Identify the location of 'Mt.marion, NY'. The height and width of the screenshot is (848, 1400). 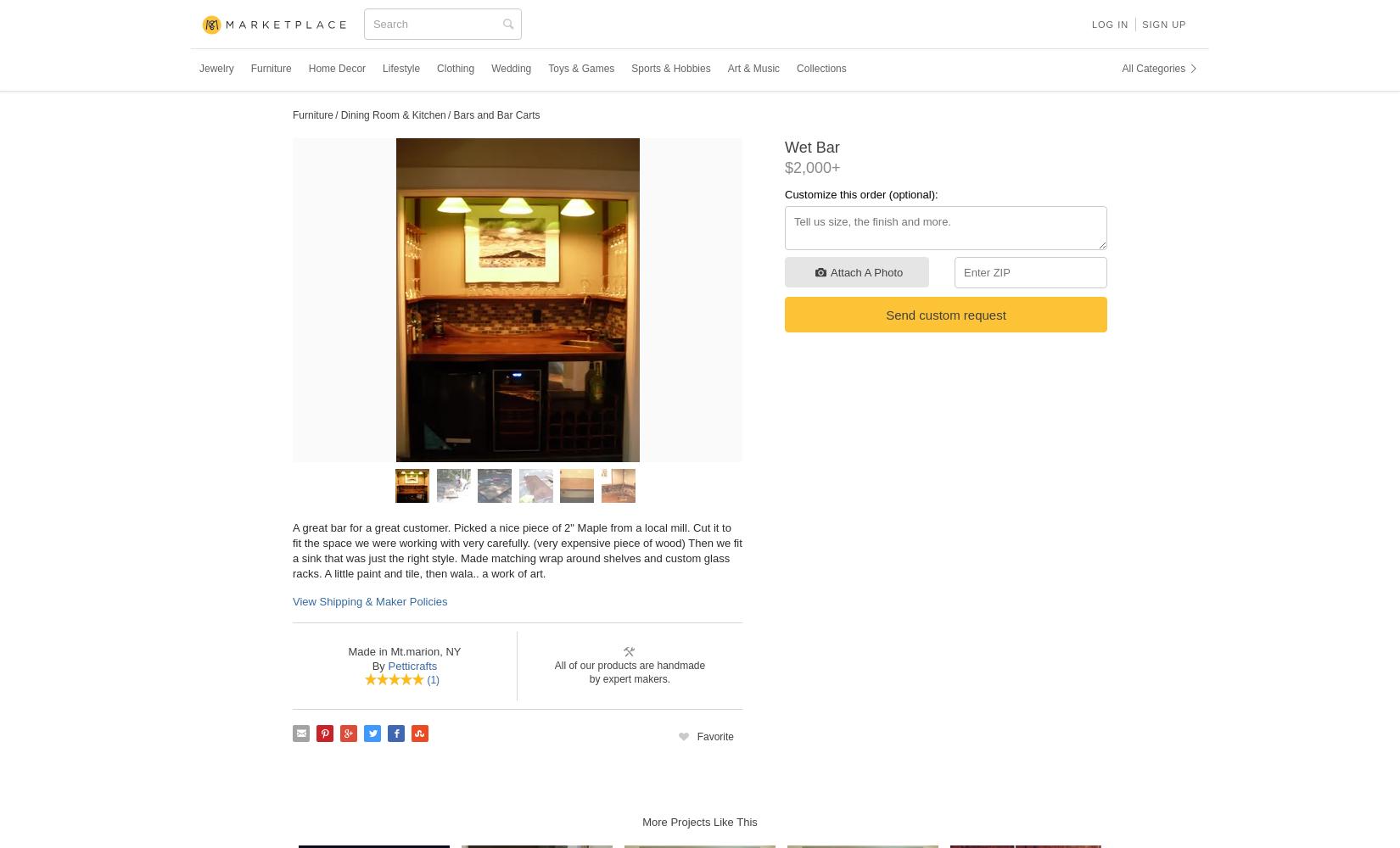
(423, 650).